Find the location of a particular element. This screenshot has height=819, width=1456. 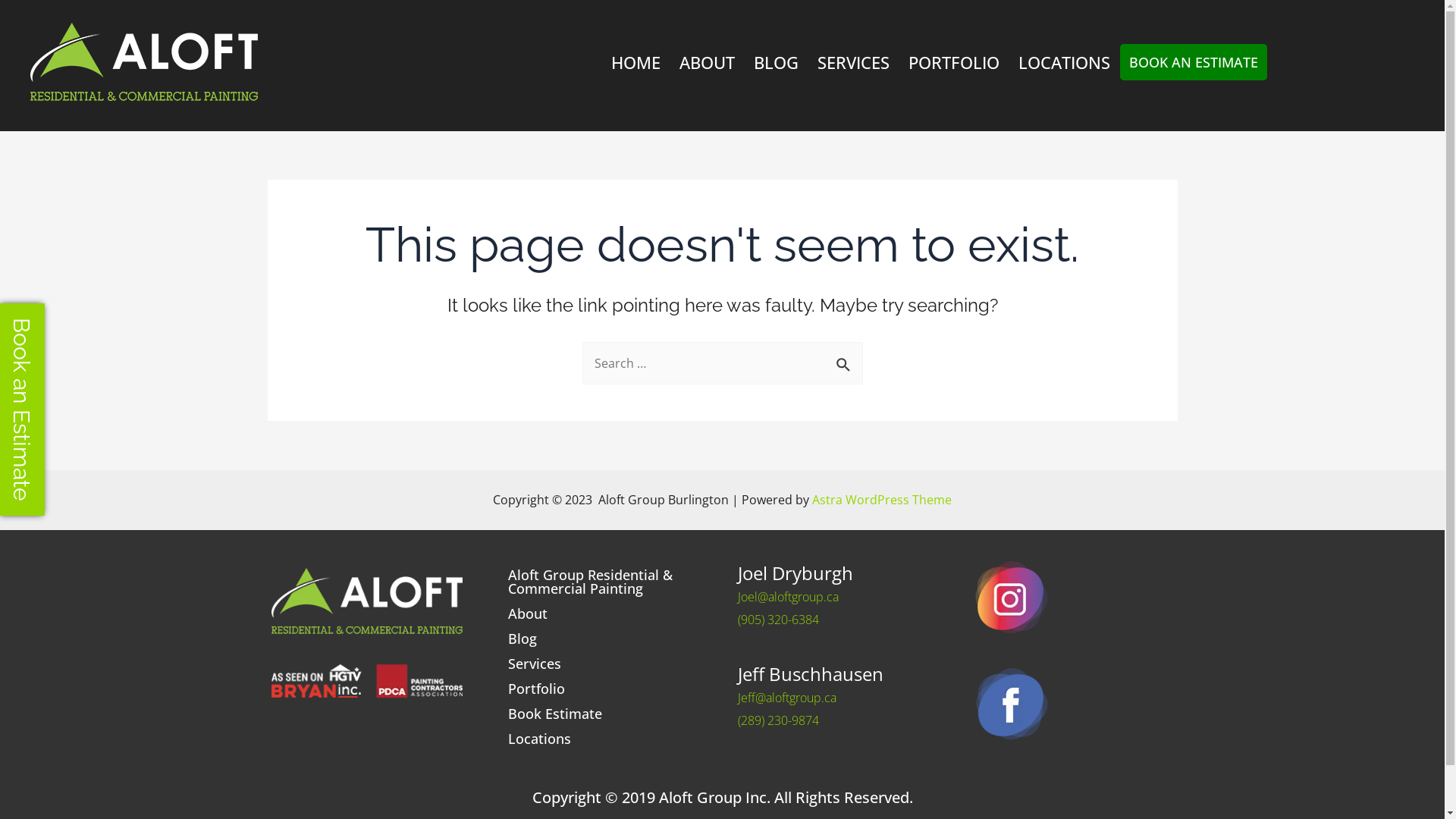

'Astra WordPress Theme' is located at coordinates (881, 500).